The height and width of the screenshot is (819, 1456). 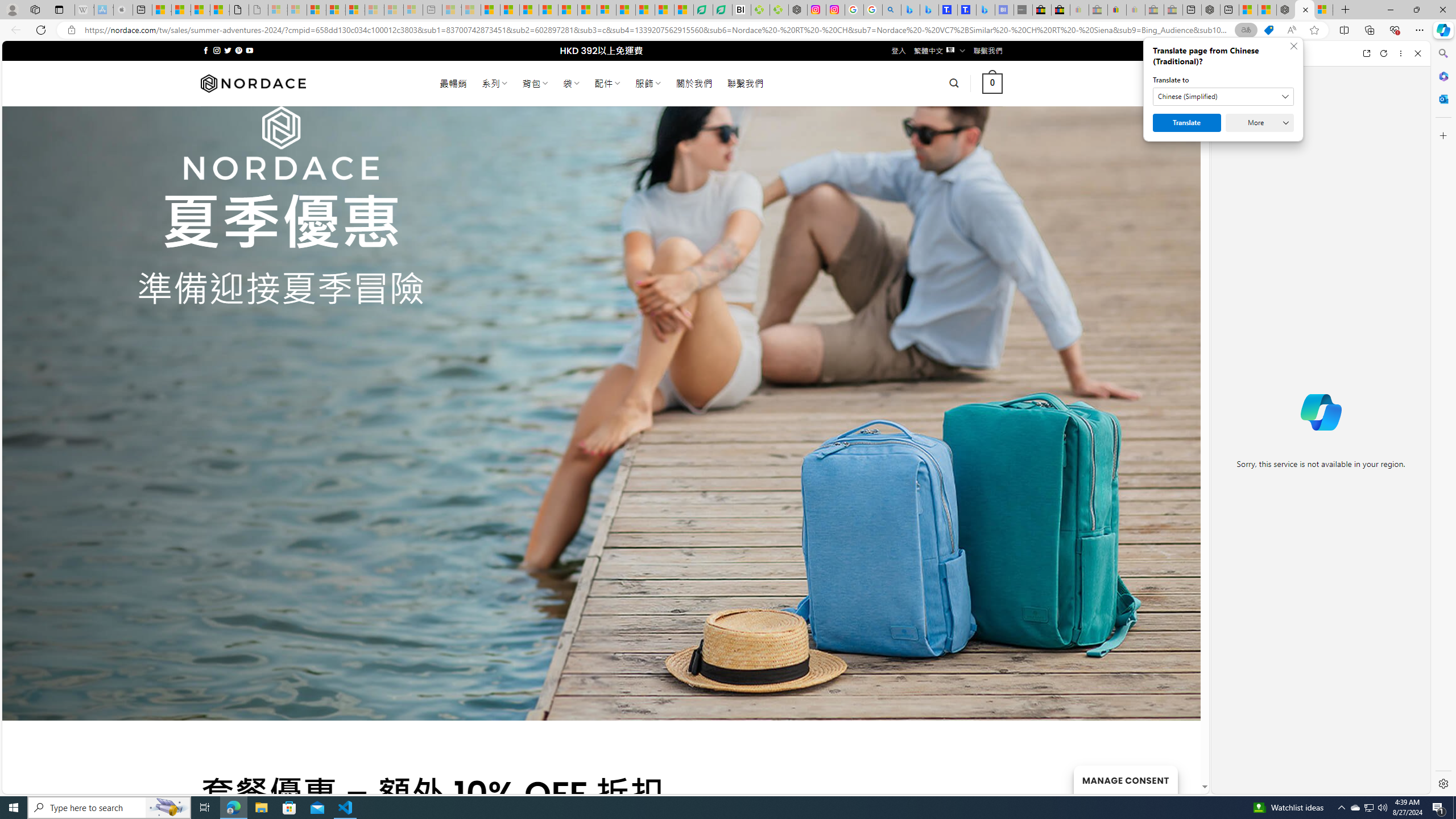 What do you see at coordinates (853, 9) in the screenshot?
I see `'Safety in Our Products - Google Safety Center'` at bounding box center [853, 9].